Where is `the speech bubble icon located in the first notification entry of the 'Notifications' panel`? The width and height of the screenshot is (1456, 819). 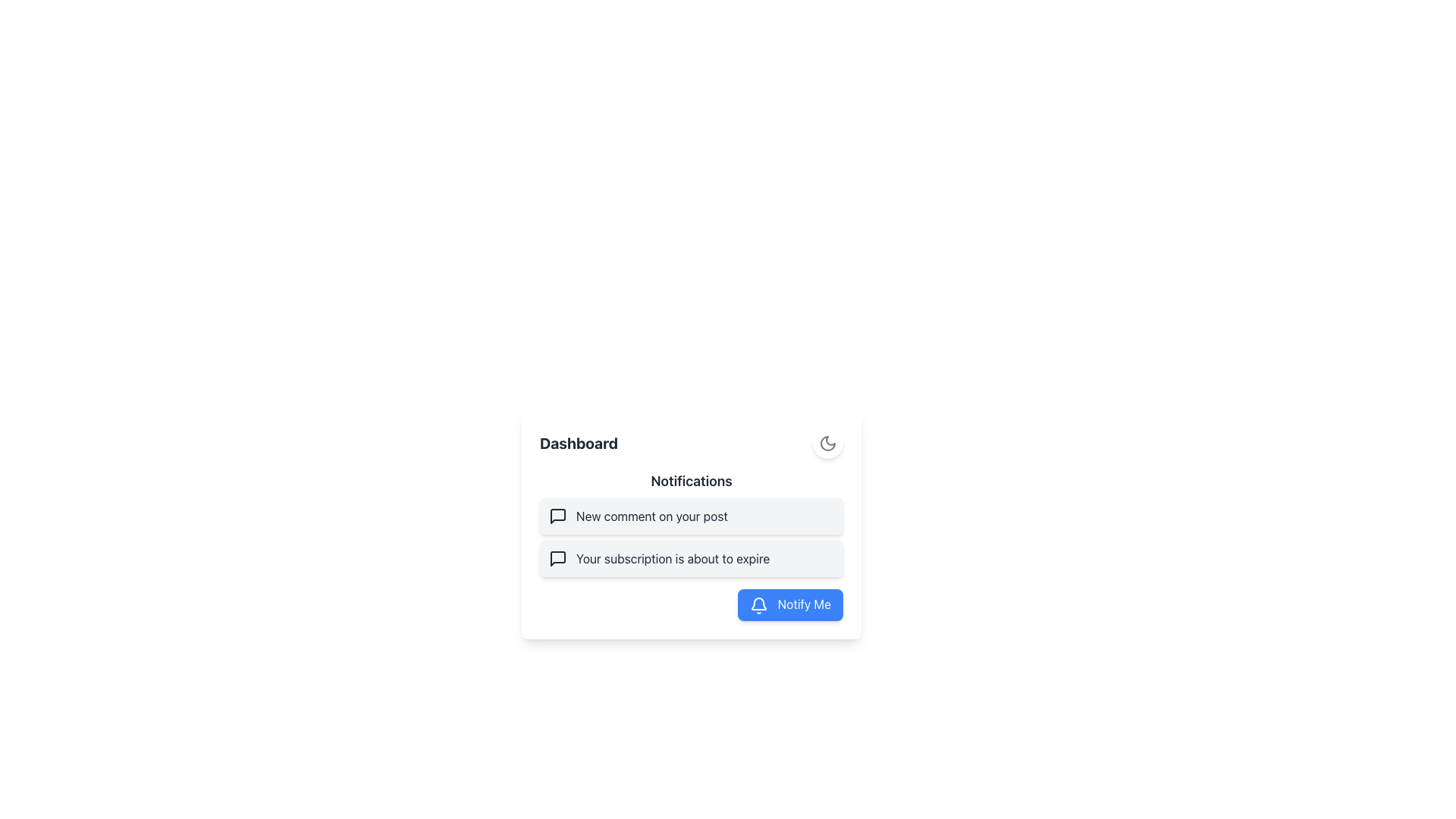
the speech bubble icon located in the first notification entry of the 'Notifications' panel is located at coordinates (557, 558).